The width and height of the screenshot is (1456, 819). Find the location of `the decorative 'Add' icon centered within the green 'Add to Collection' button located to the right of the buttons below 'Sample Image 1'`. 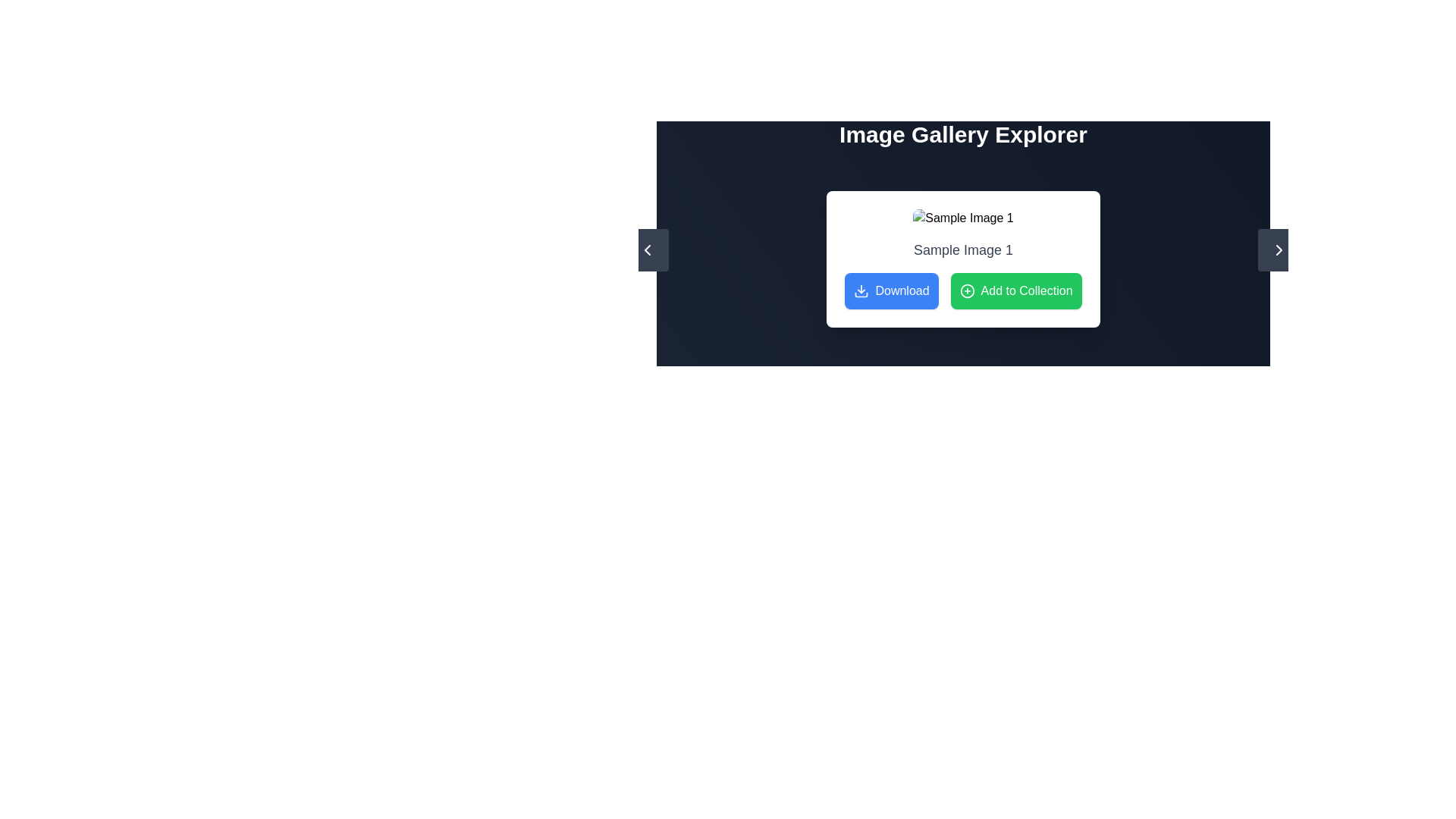

the decorative 'Add' icon centered within the green 'Add to Collection' button located to the right of the buttons below 'Sample Image 1' is located at coordinates (966, 291).